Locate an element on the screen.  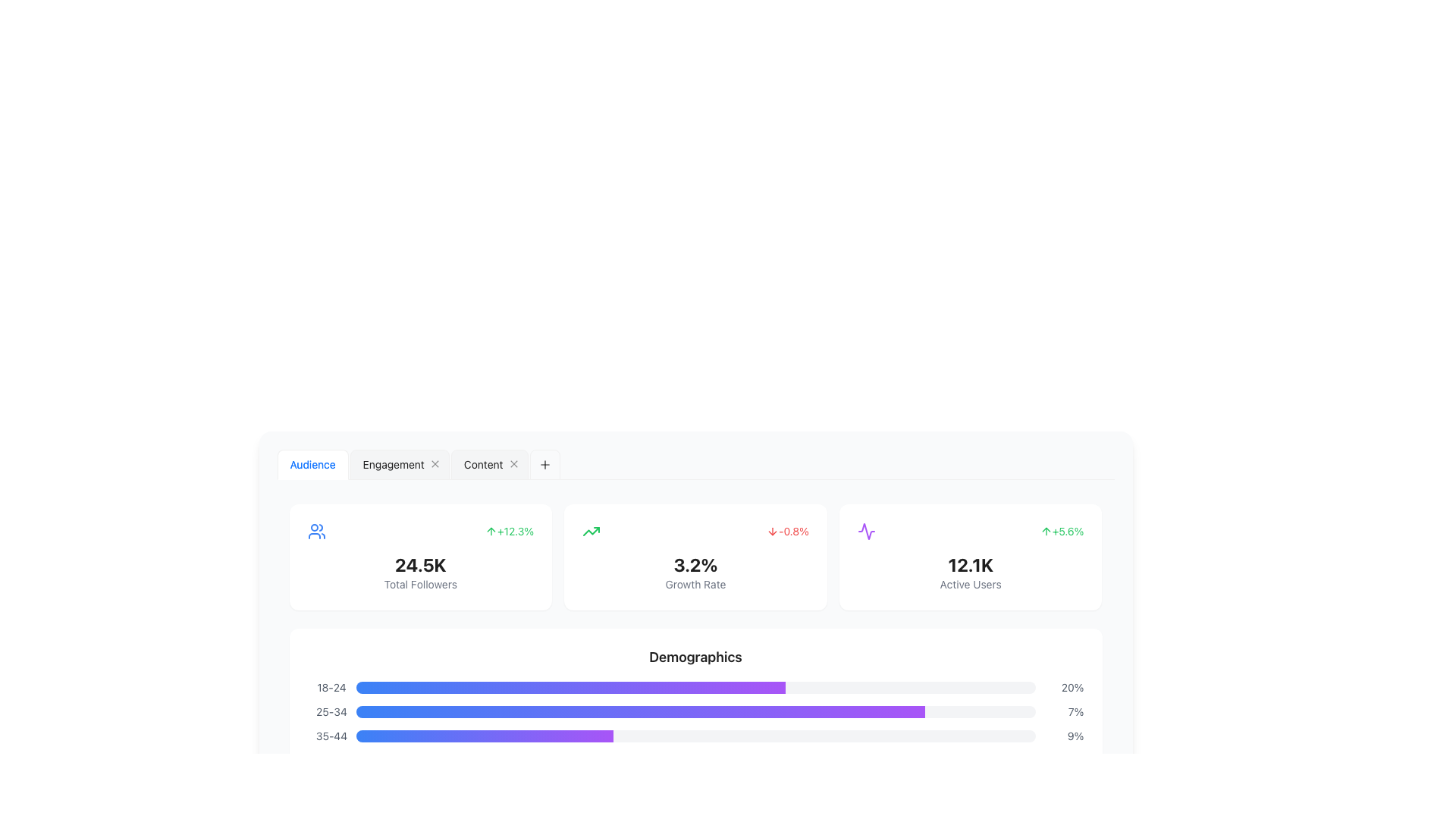
the text label that reads 'Growth Rate', which is displayed in a small, light gray font directly below the bold percentage value '3.2%' in the third card of the layout is located at coordinates (695, 584).